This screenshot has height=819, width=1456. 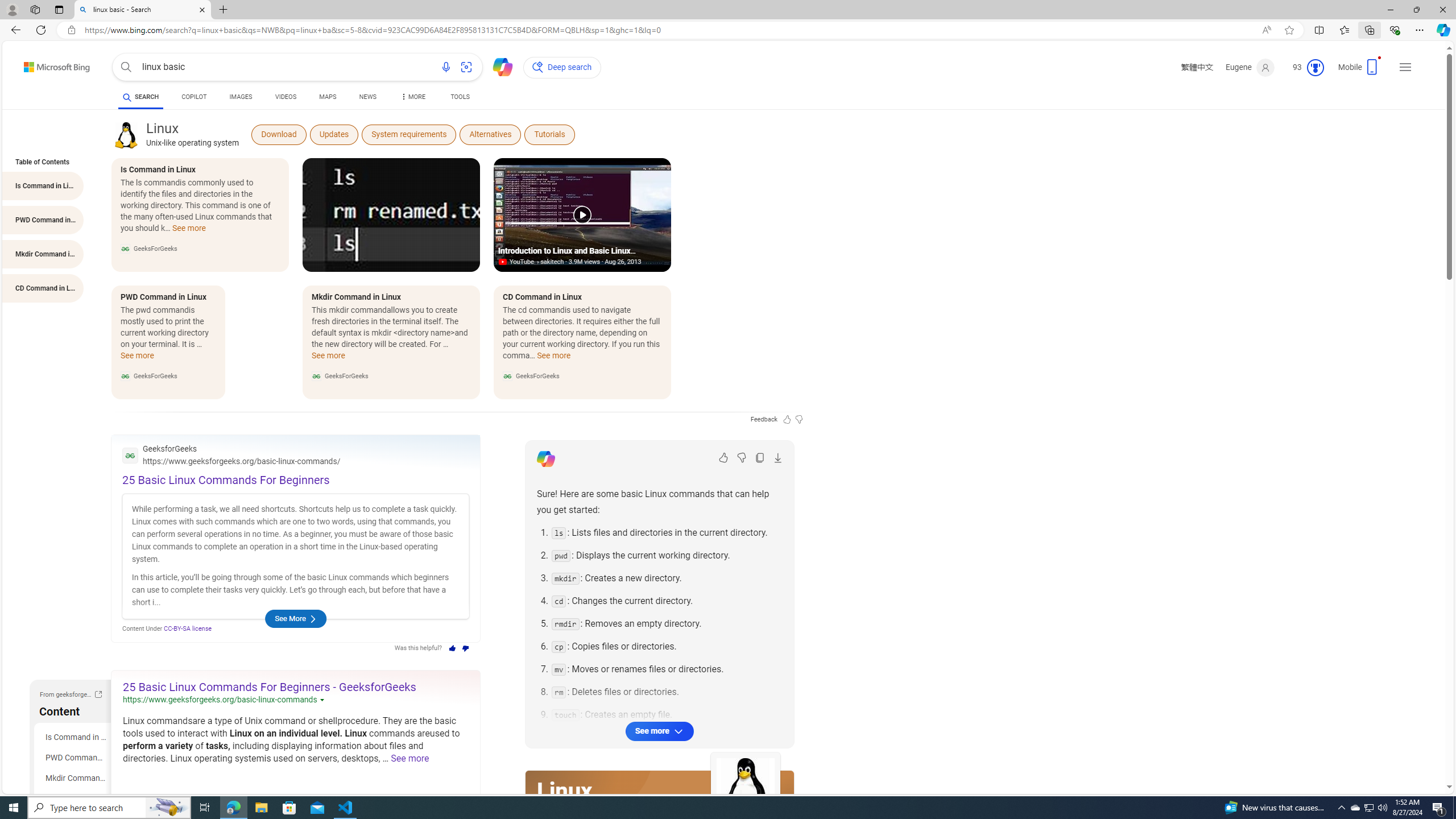 What do you see at coordinates (192, 134) in the screenshot?
I see `'Linux Unix-like operating system'` at bounding box center [192, 134].